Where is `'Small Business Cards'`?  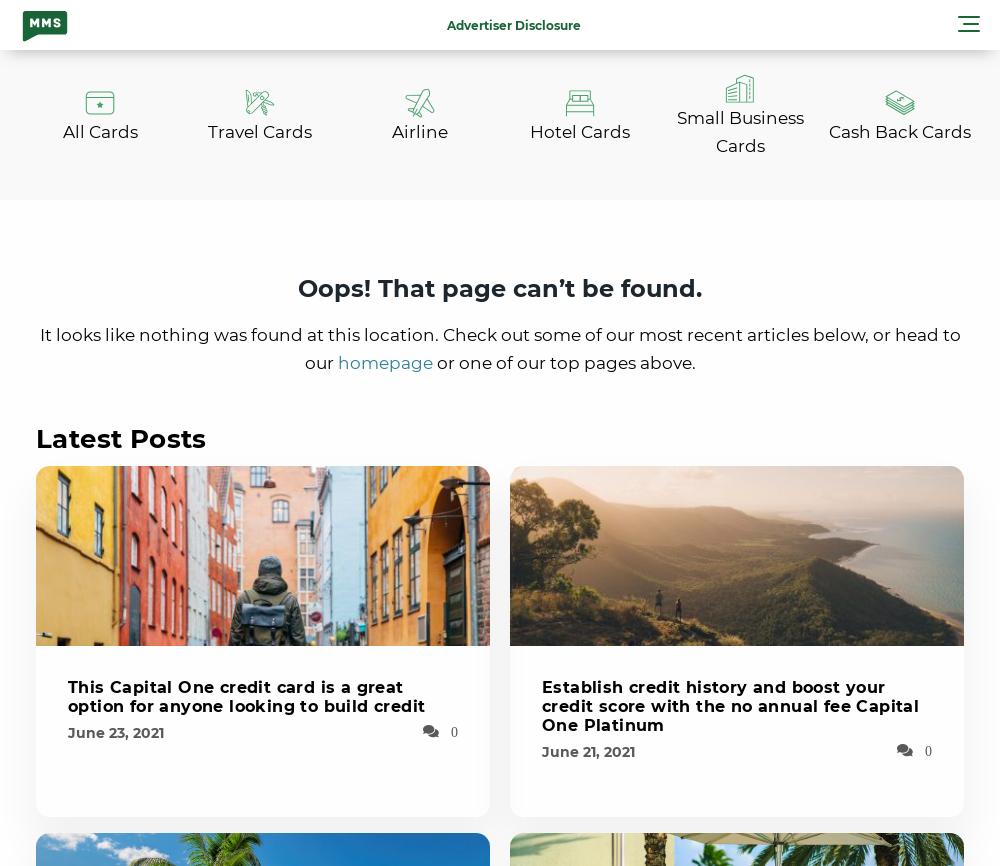
'Small Business Cards' is located at coordinates (676, 131).